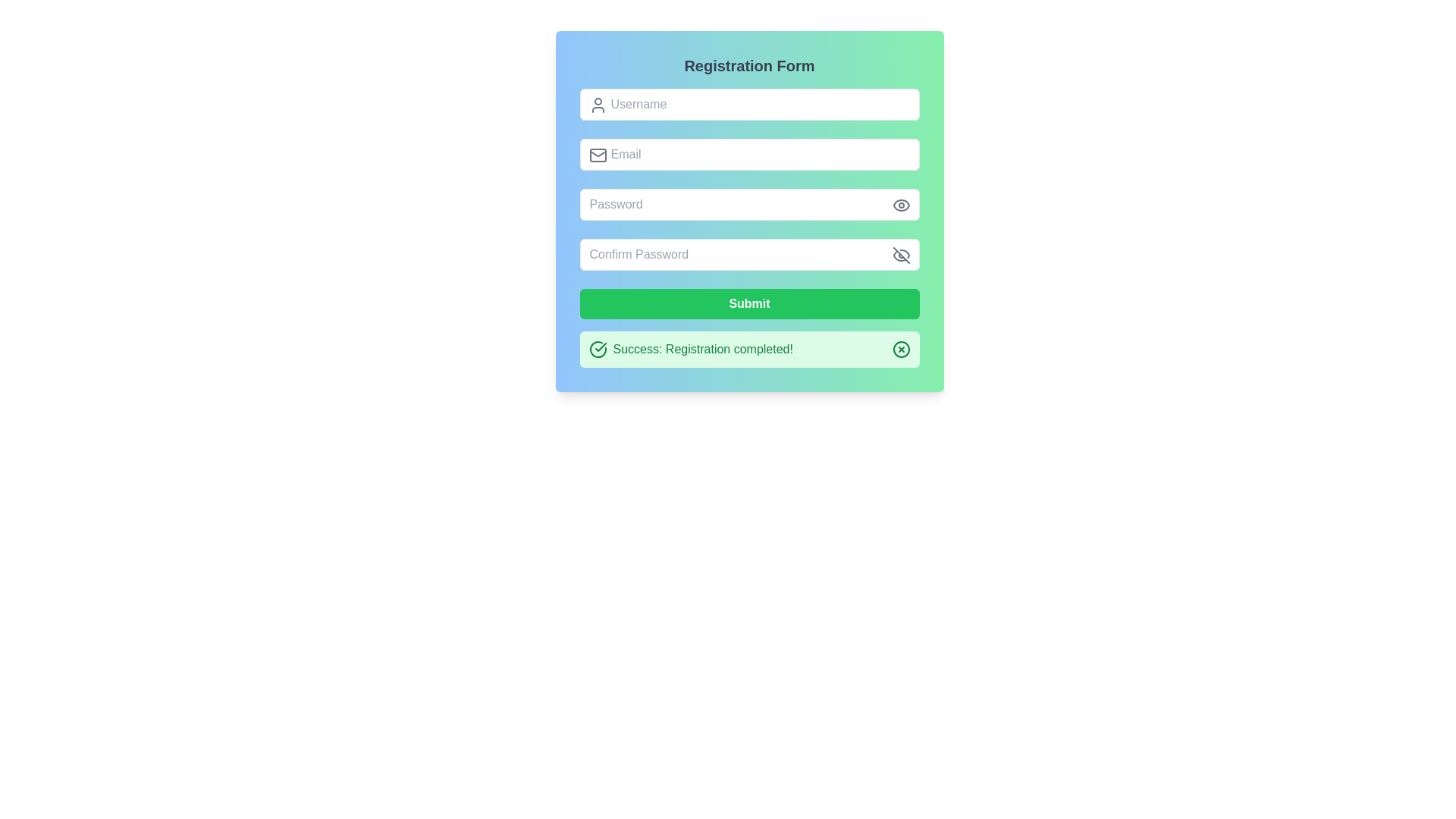 The image size is (1456, 819). What do you see at coordinates (901, 350) in the screenshot?
I see `the circular close button with a green border and centered 'X' mark` at bounding box center [901, 350].